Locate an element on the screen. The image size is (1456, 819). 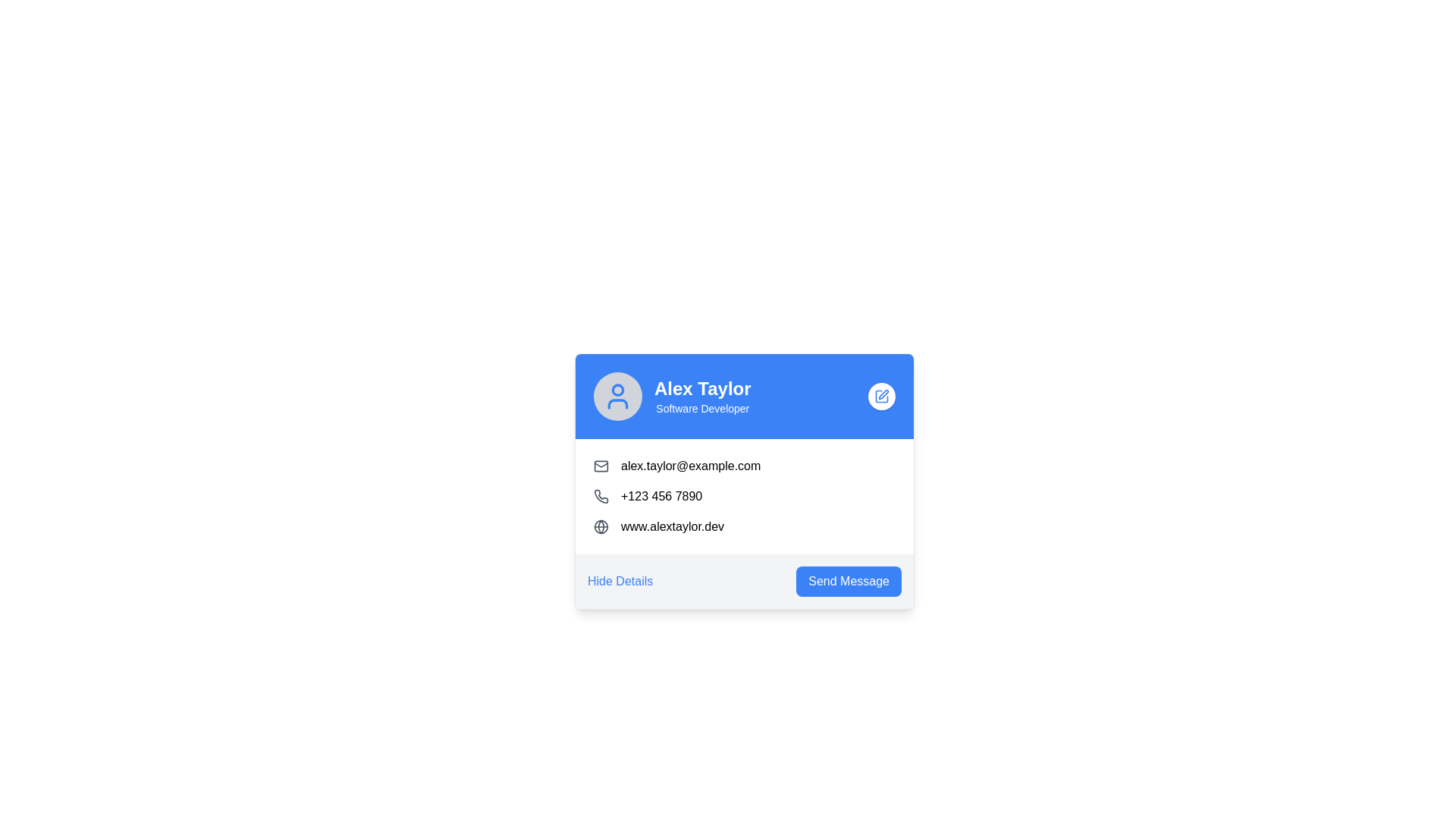
the user profile icon, which is a circular shape located at the top-left corner of the user information card is located at coordinates (618, 388).